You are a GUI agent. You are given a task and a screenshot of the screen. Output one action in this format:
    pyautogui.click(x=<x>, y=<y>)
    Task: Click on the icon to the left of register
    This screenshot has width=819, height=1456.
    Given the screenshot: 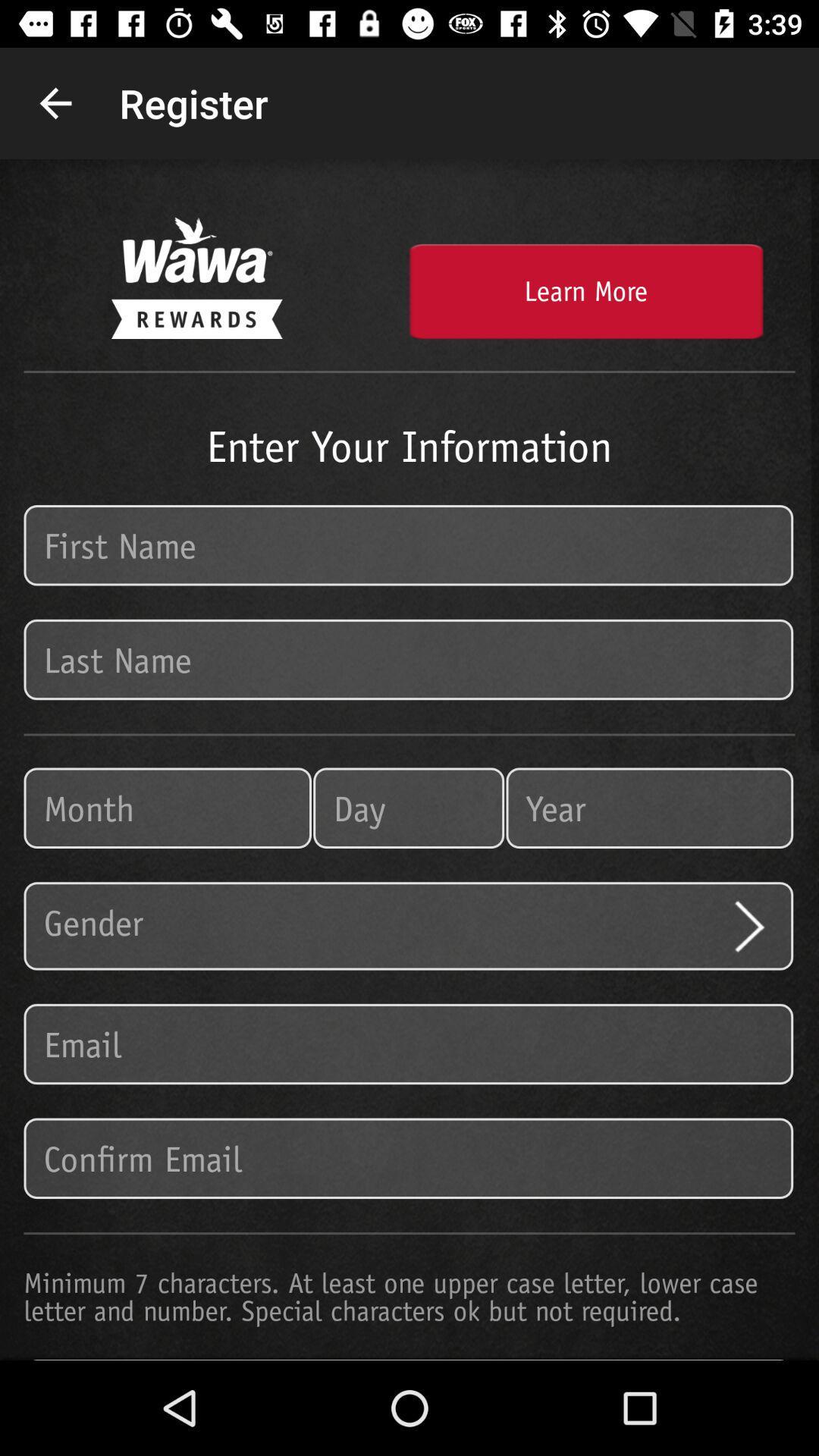 What is the action you would take?
    pyautogui.click(x=55, y=102)
    